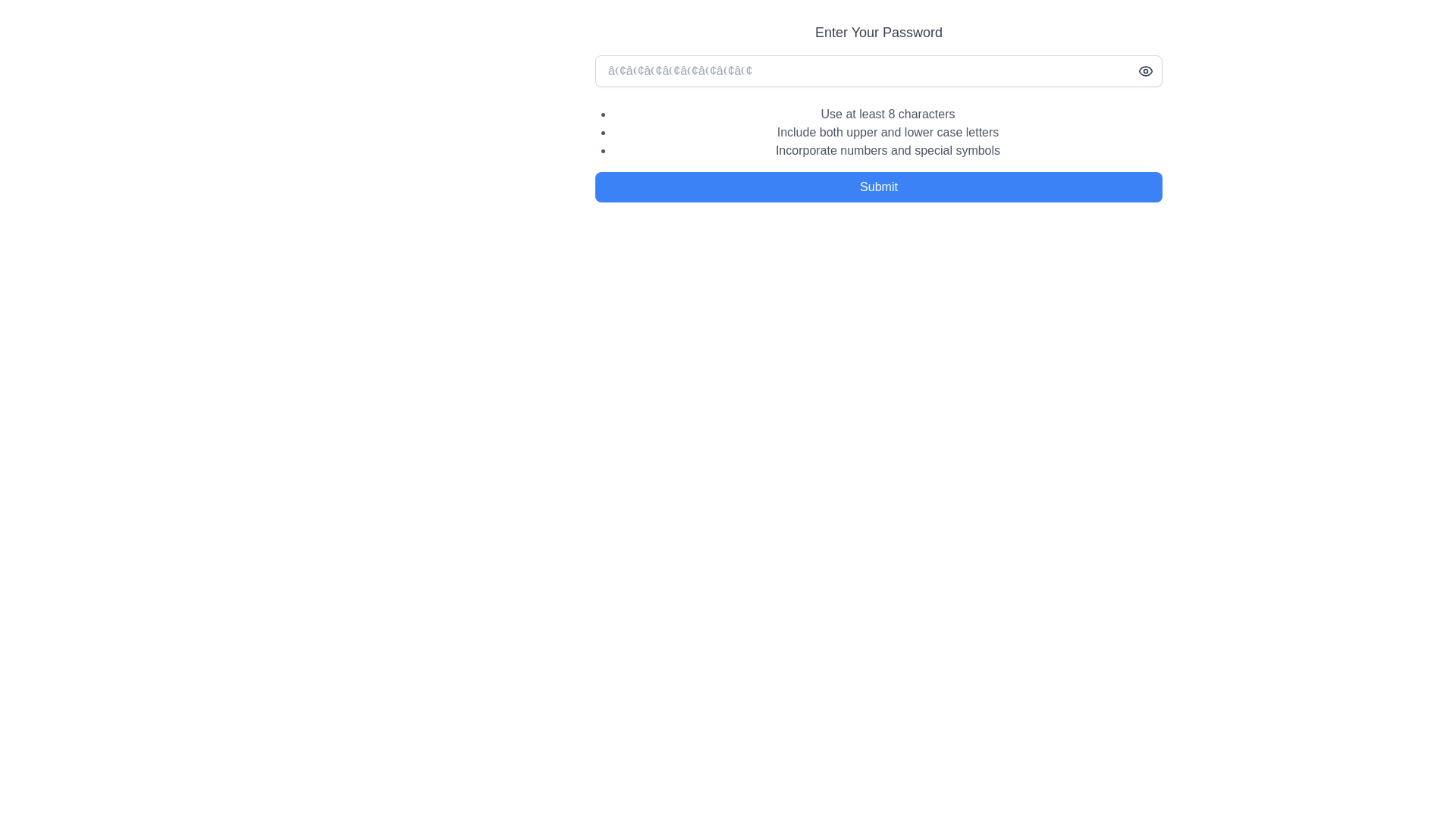 Image resolution: width=1456 pixels, height=819 pixels. I want to click on the confirmation button located centrally at the bottom of the form, so click(878, 186).